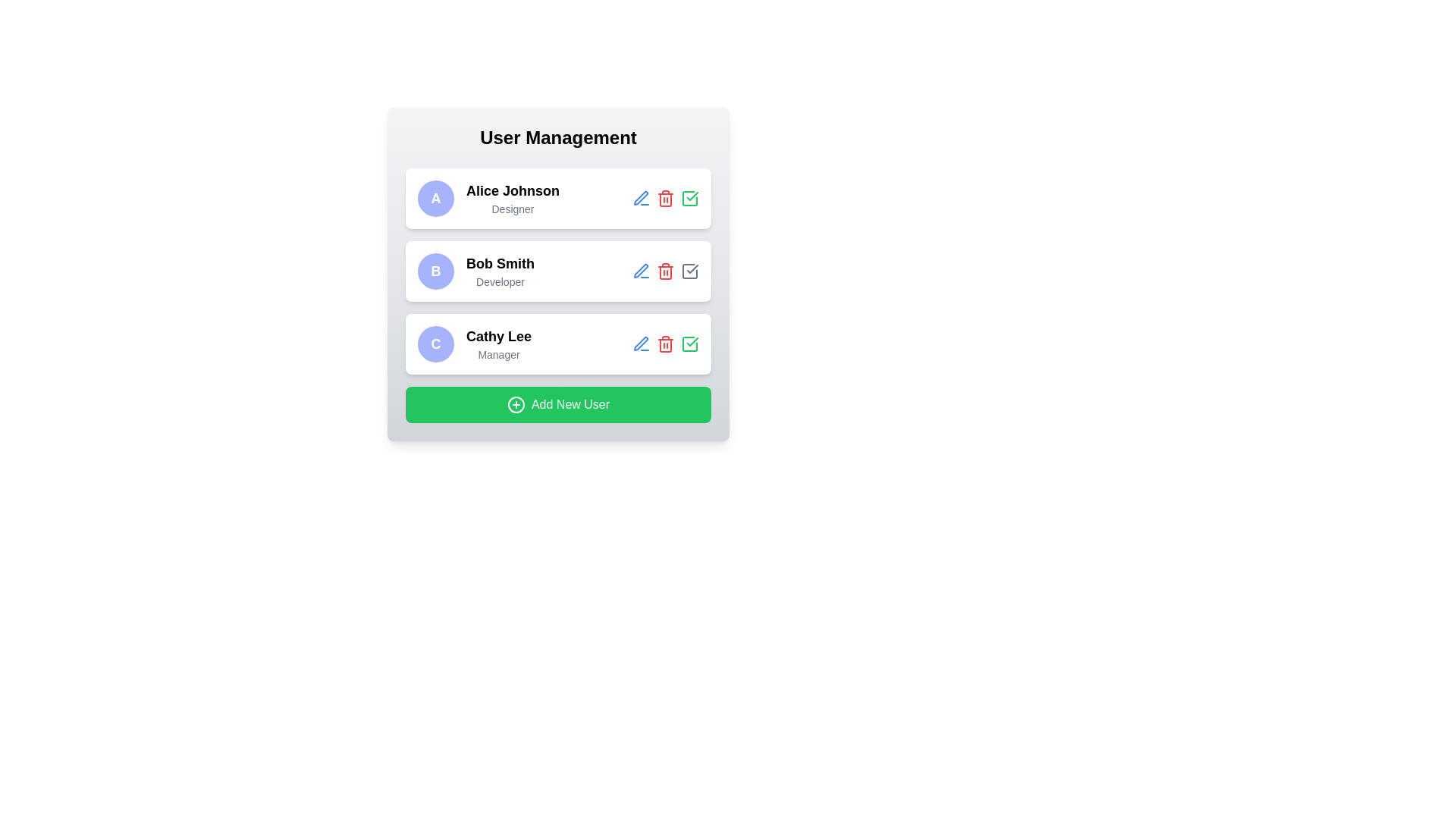 The height and width of the screenshot is (819, 1456). What do you see at coordinates (692, 342) in the screenshot?
I see `the green checkmark icon button in the user management interface to confirm the user row for Cathy Lee` at bounding box center [692, 342].